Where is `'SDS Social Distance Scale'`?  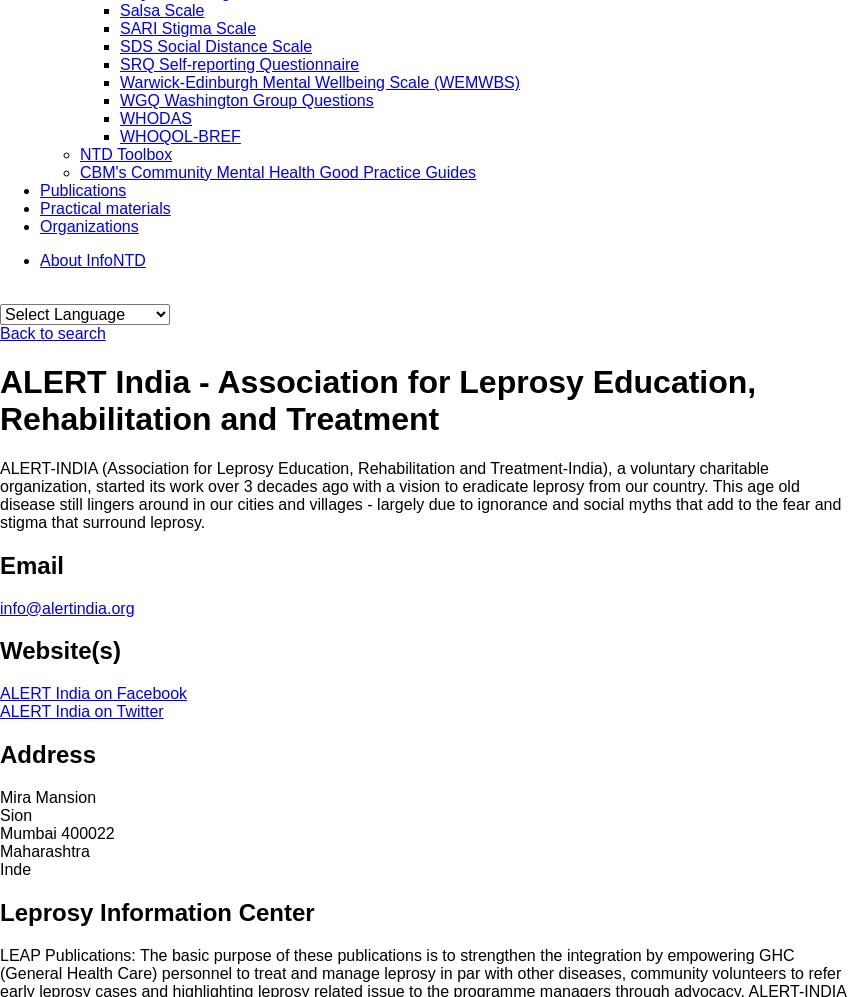
'SDS Social Distance Scale' is located at coordinates (215, 45).